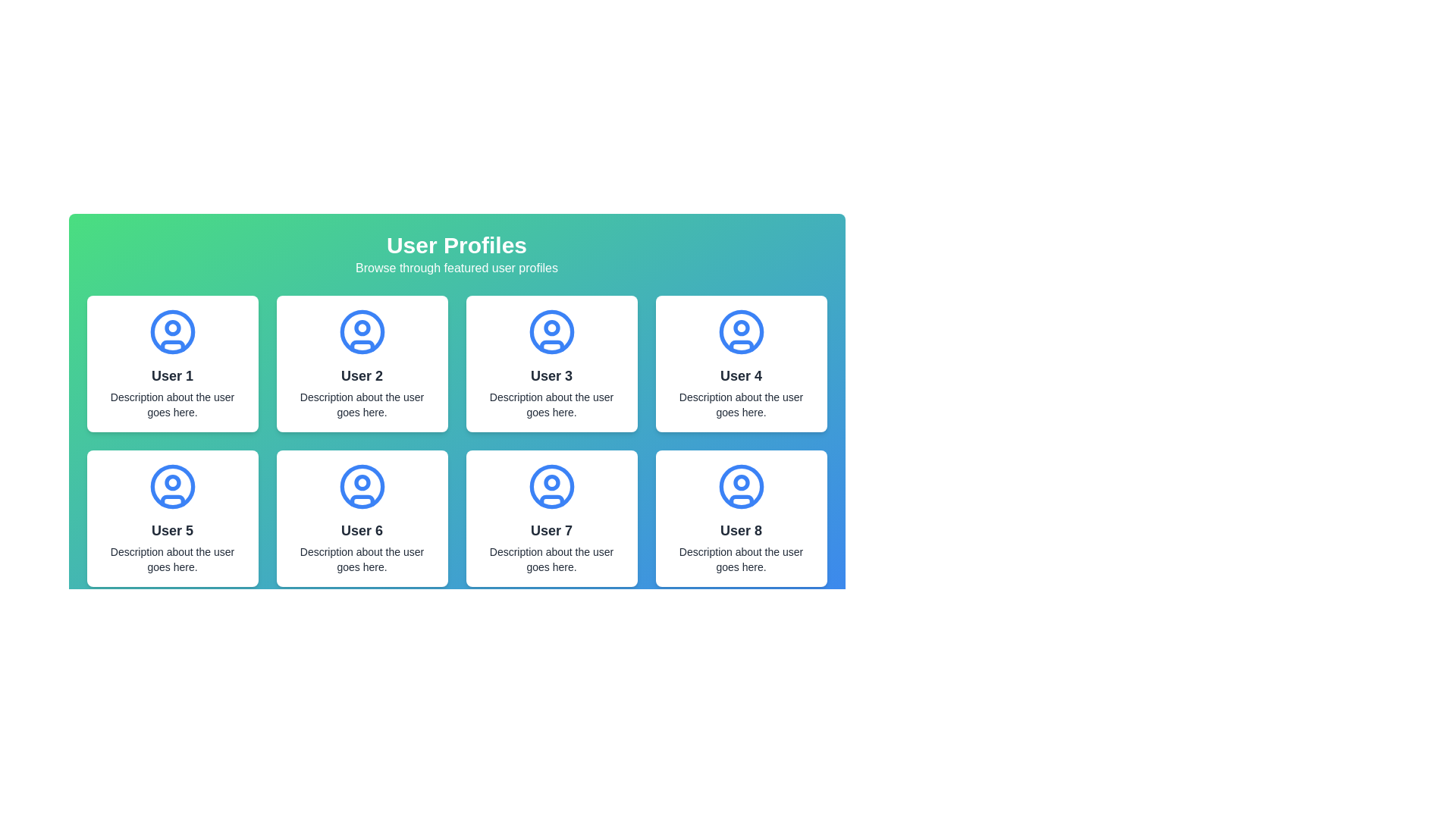 Image resolution: width=1456 pixels, height=819 pixels. I want to click on the text displaying 'User 4' located in the fourth profile card, so click(741, 375).